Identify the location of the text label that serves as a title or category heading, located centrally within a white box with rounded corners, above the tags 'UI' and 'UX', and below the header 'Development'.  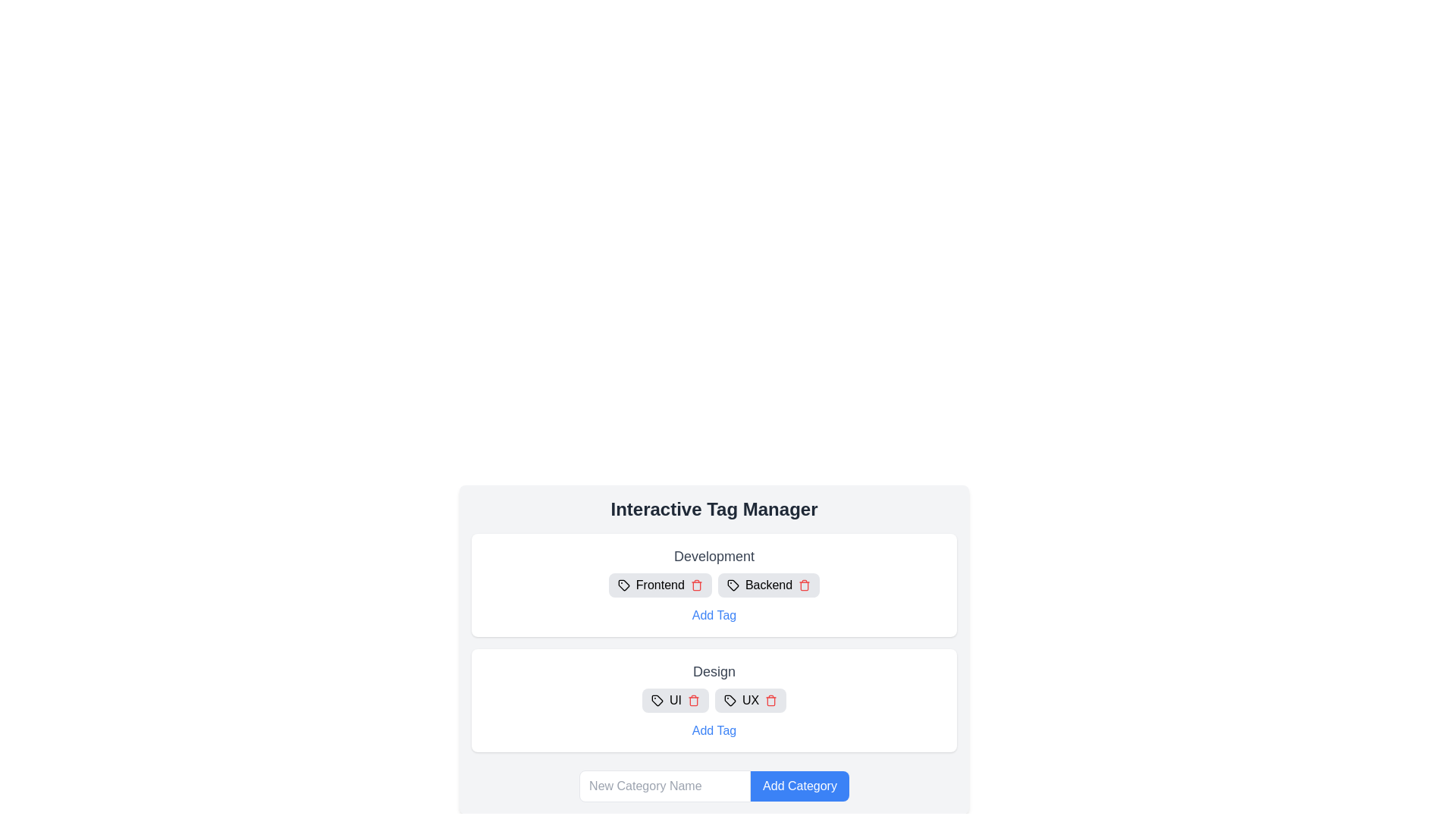
(713, 671).